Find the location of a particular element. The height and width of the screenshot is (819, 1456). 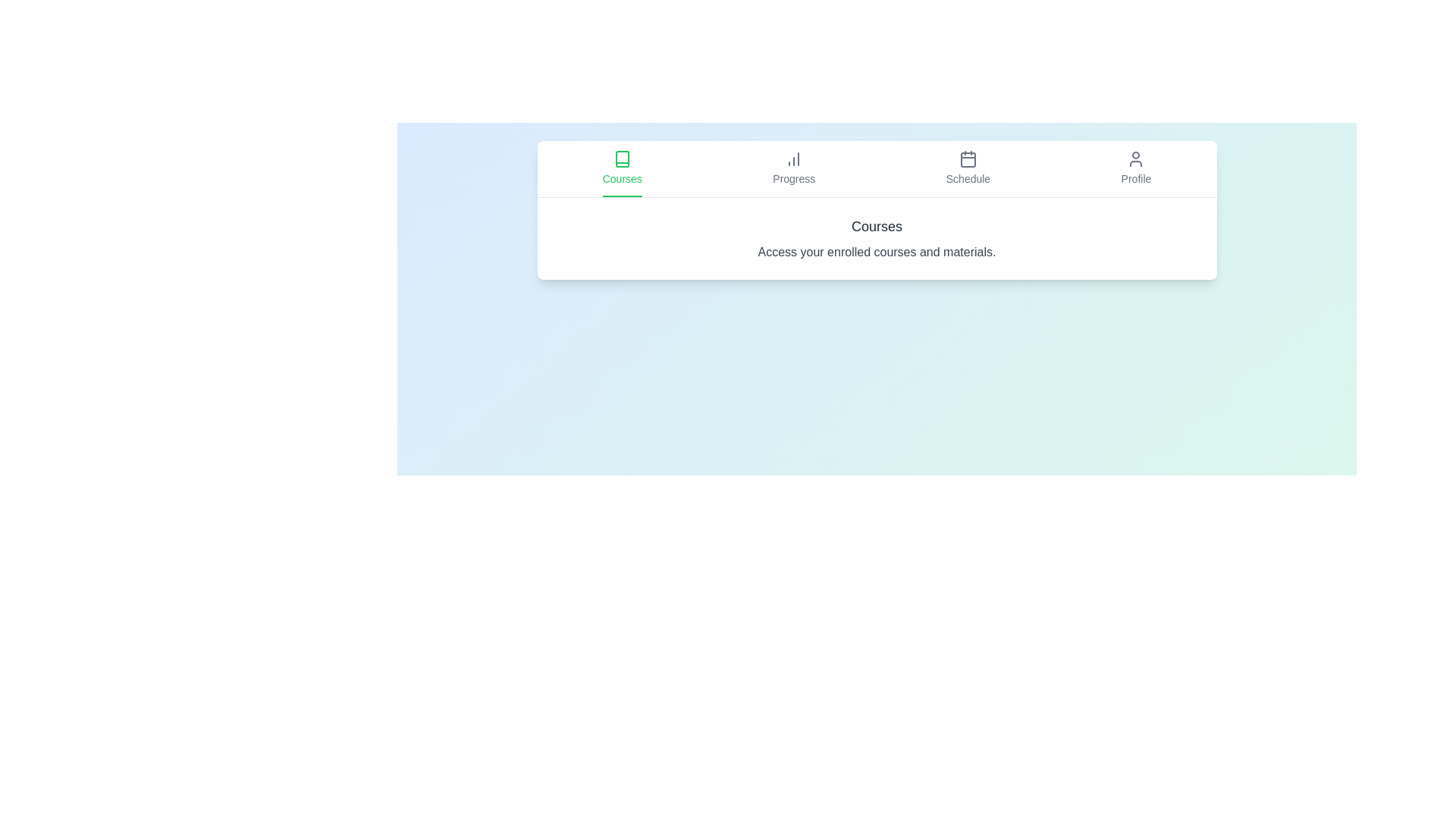

the tab labeled Progress is located at coordinates (792, 169).